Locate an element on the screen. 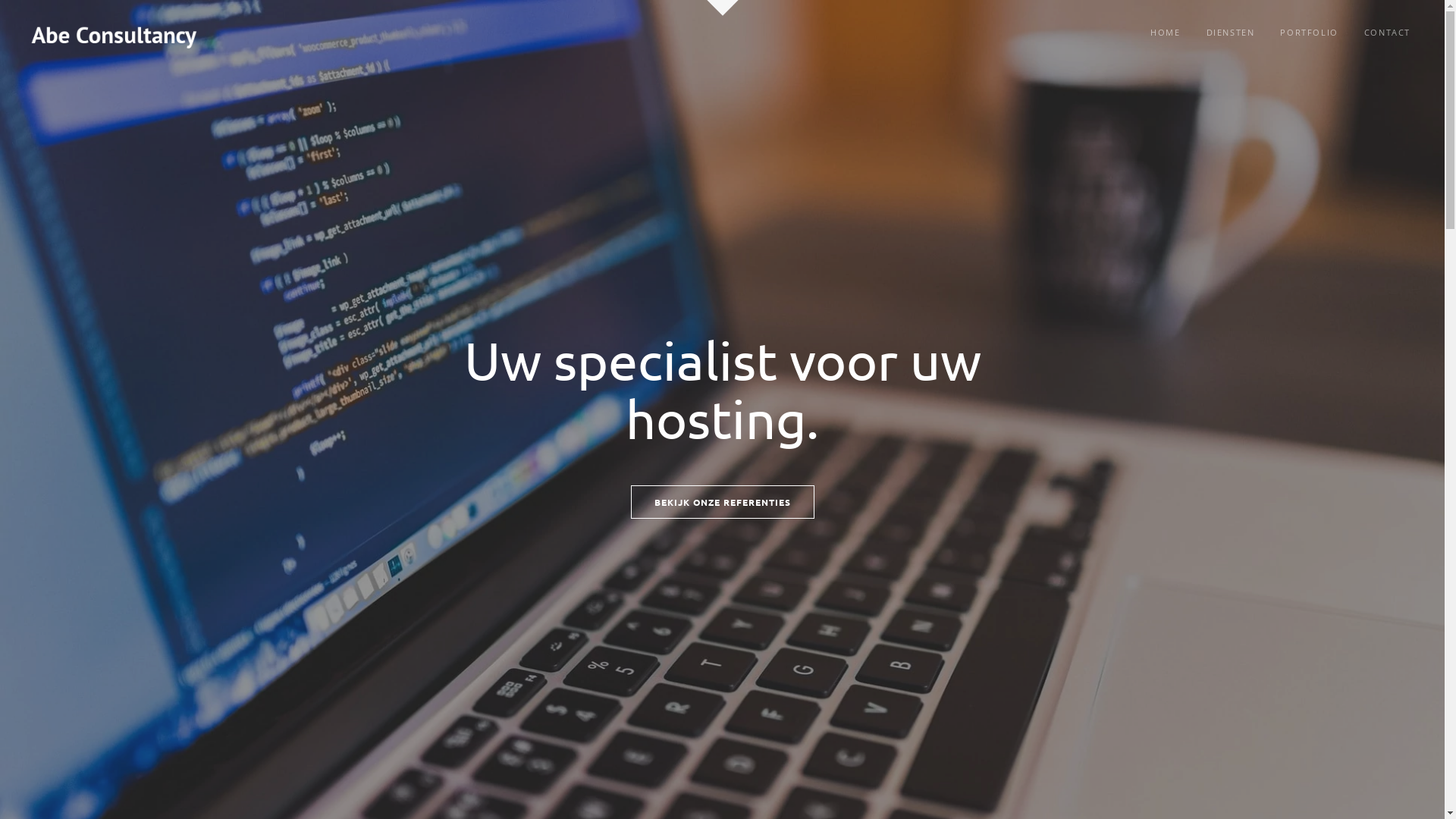  'BEKIJK ONZE REFERENTIES' is located at coordinates (722, 502).